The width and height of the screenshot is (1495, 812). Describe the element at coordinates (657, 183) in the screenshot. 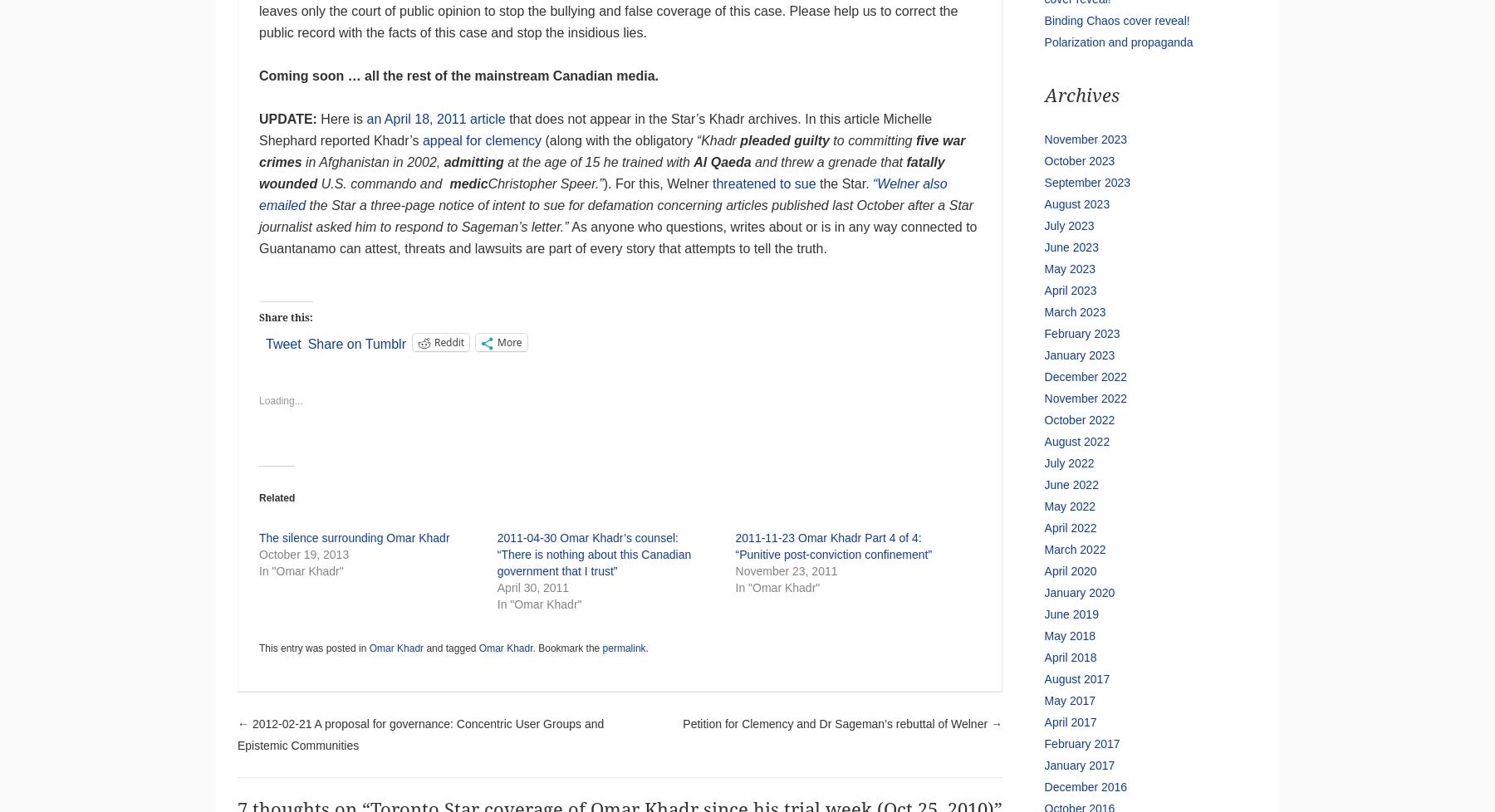

I see `'). For this, Welner'` at that location.